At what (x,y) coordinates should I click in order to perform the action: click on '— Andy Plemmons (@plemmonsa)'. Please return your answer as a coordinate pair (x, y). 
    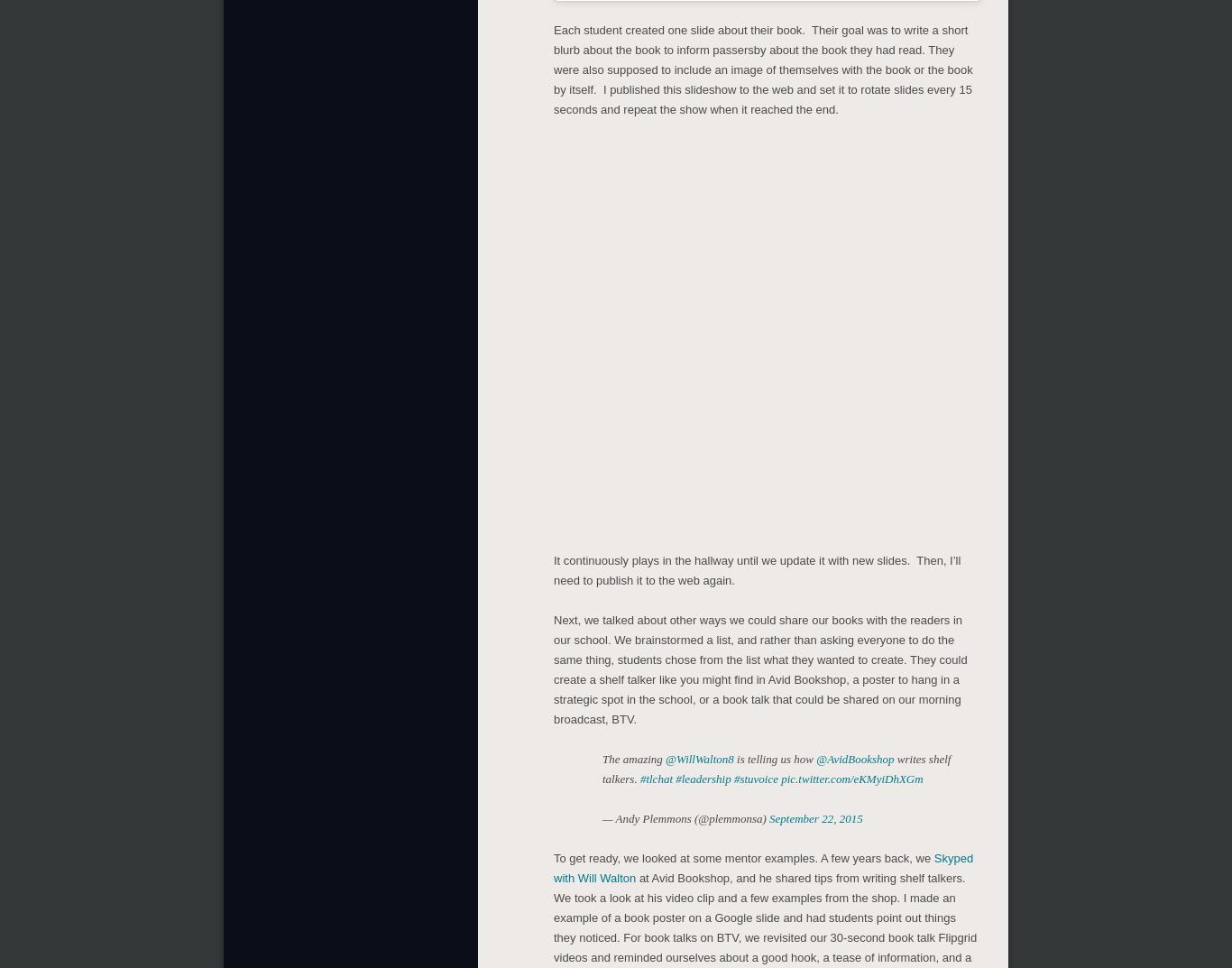
    Looking at the image, I should click on (685, 818).